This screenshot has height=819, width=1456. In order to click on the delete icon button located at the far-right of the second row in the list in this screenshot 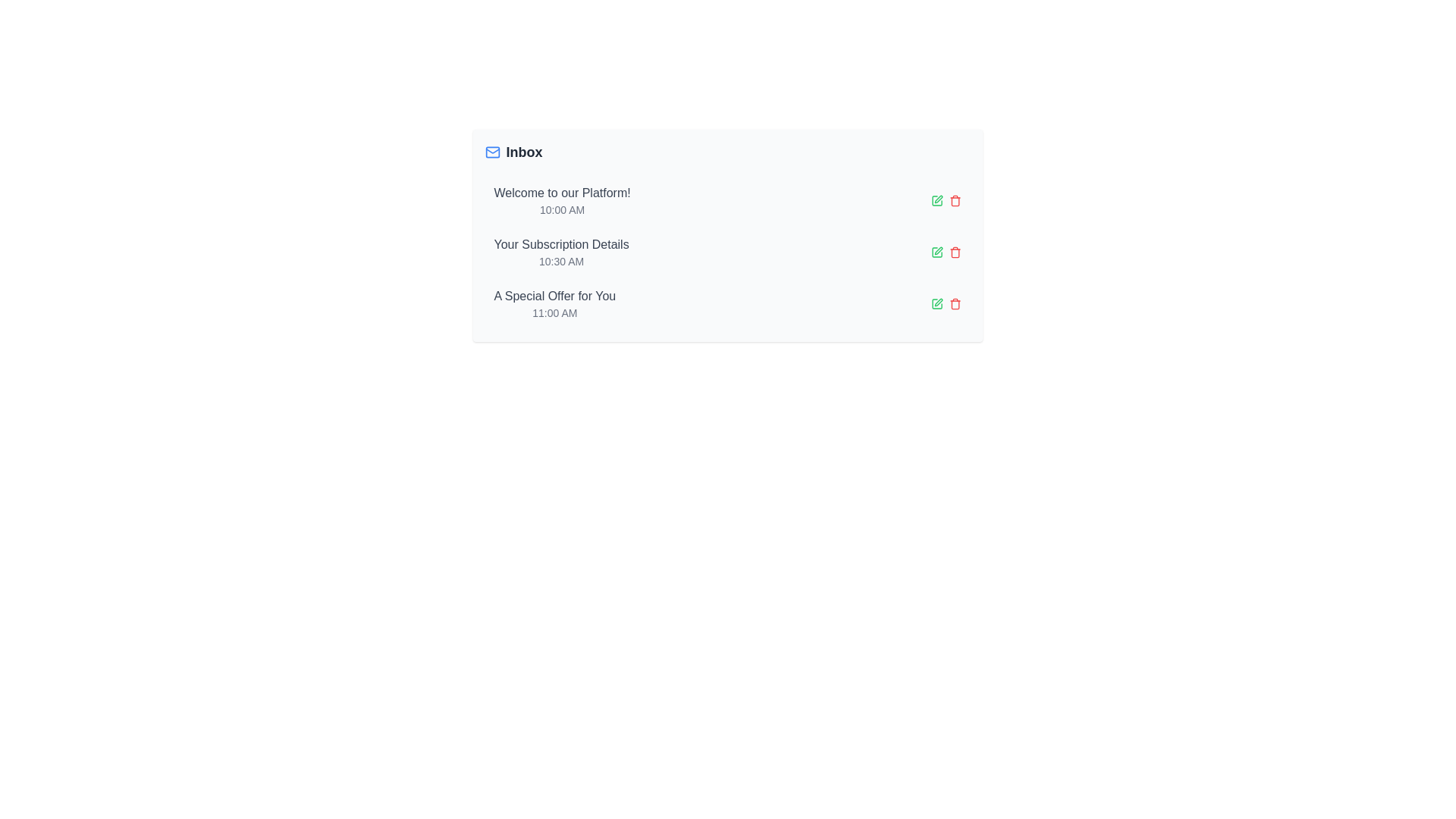, I will do `click(954, 200)`.